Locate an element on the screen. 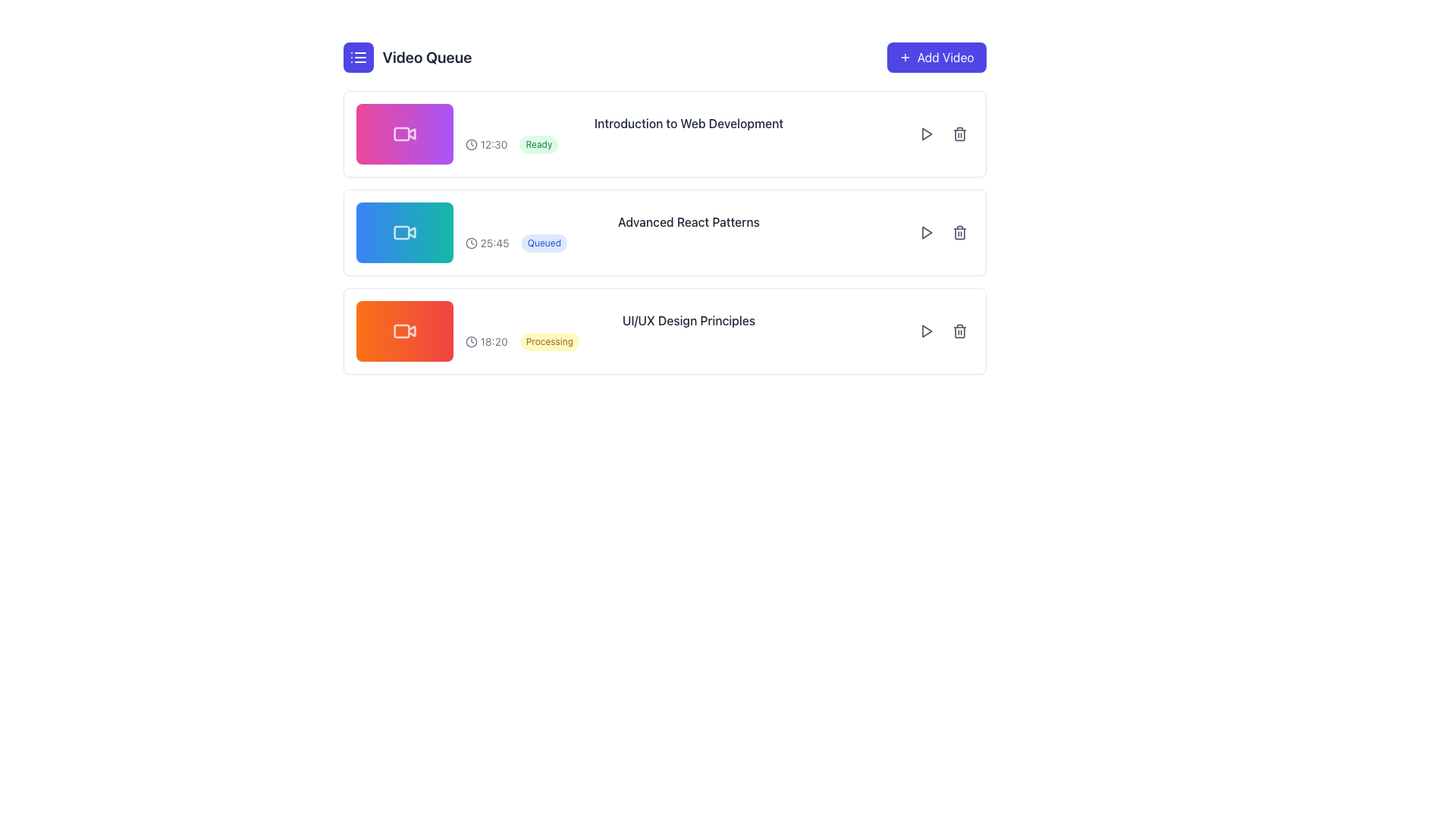 The width and height of the screenshot is (1456, 819). displayed time information from the Time indicator that shows the clock icon followed by the time text '18:20', located at the bottom left of the video entry labeled 'UI/UX Design Principles' is located at coordinates (486, 342).